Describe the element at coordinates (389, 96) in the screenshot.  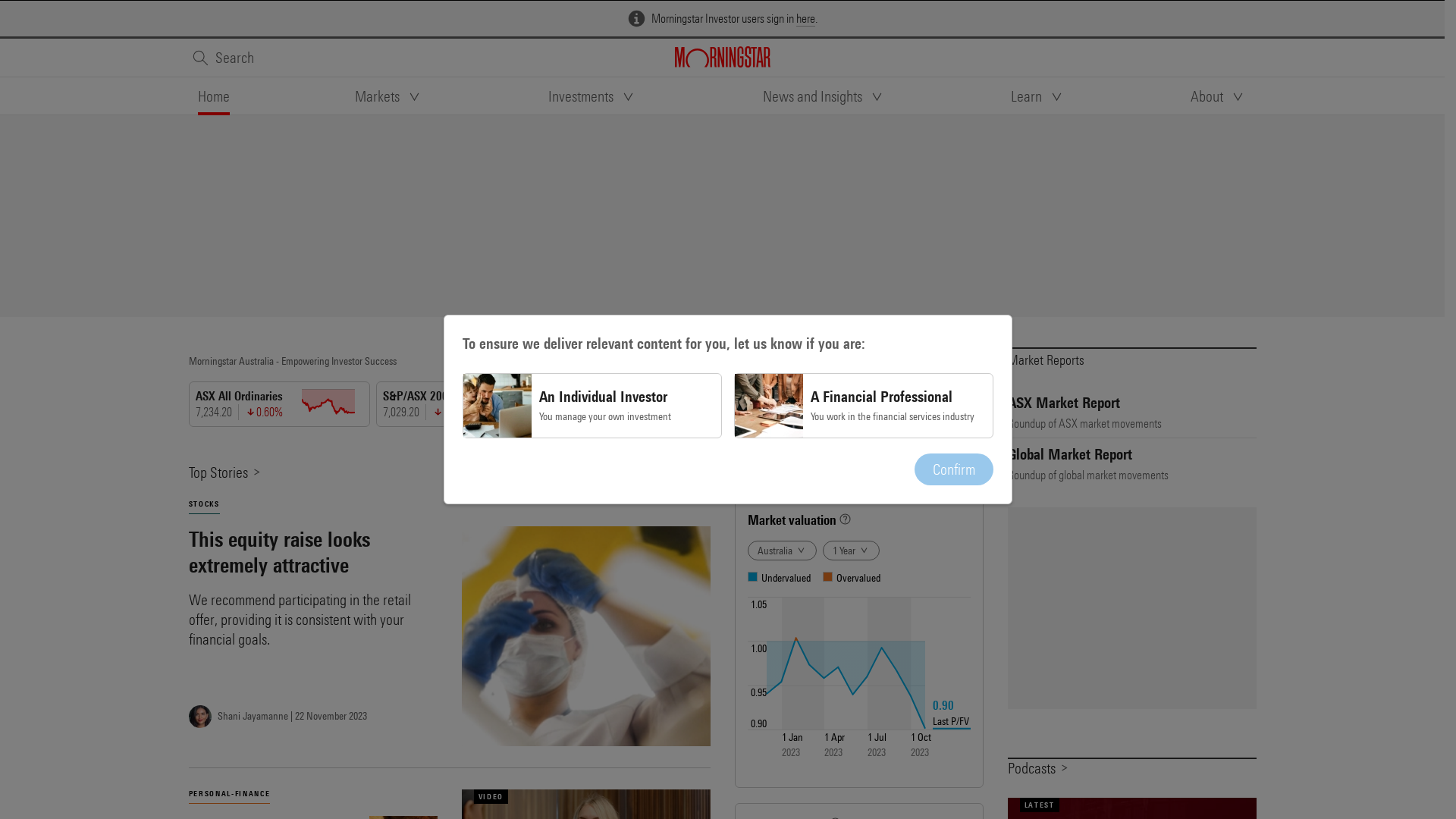
I see `'Markets'` at that location.